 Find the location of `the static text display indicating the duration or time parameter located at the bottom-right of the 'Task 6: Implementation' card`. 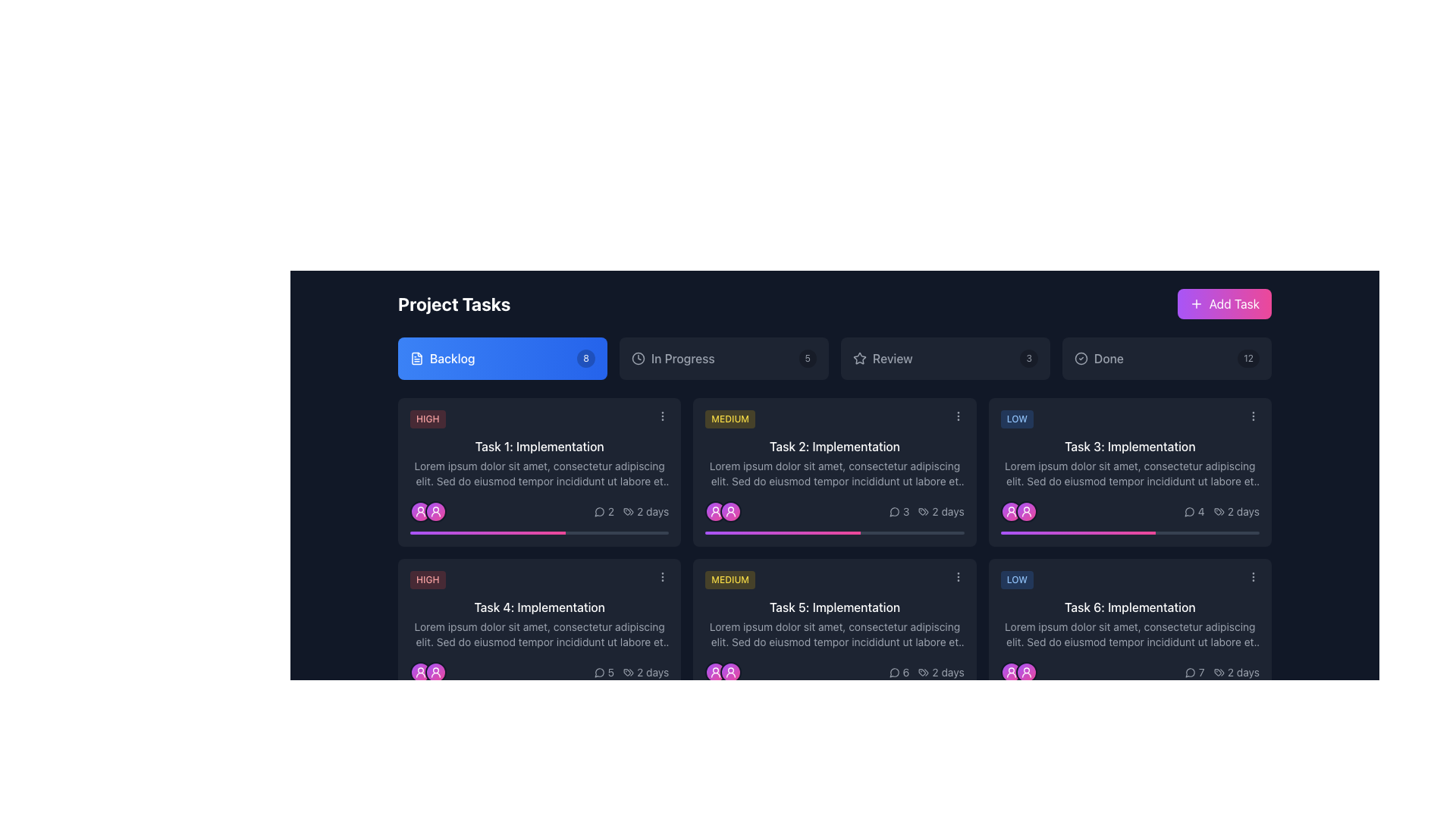

the static text display indicating the duration or time parameter located at the bottom-right of the 'Task 6: Implementation' card is located at coordinates (1130, 672).